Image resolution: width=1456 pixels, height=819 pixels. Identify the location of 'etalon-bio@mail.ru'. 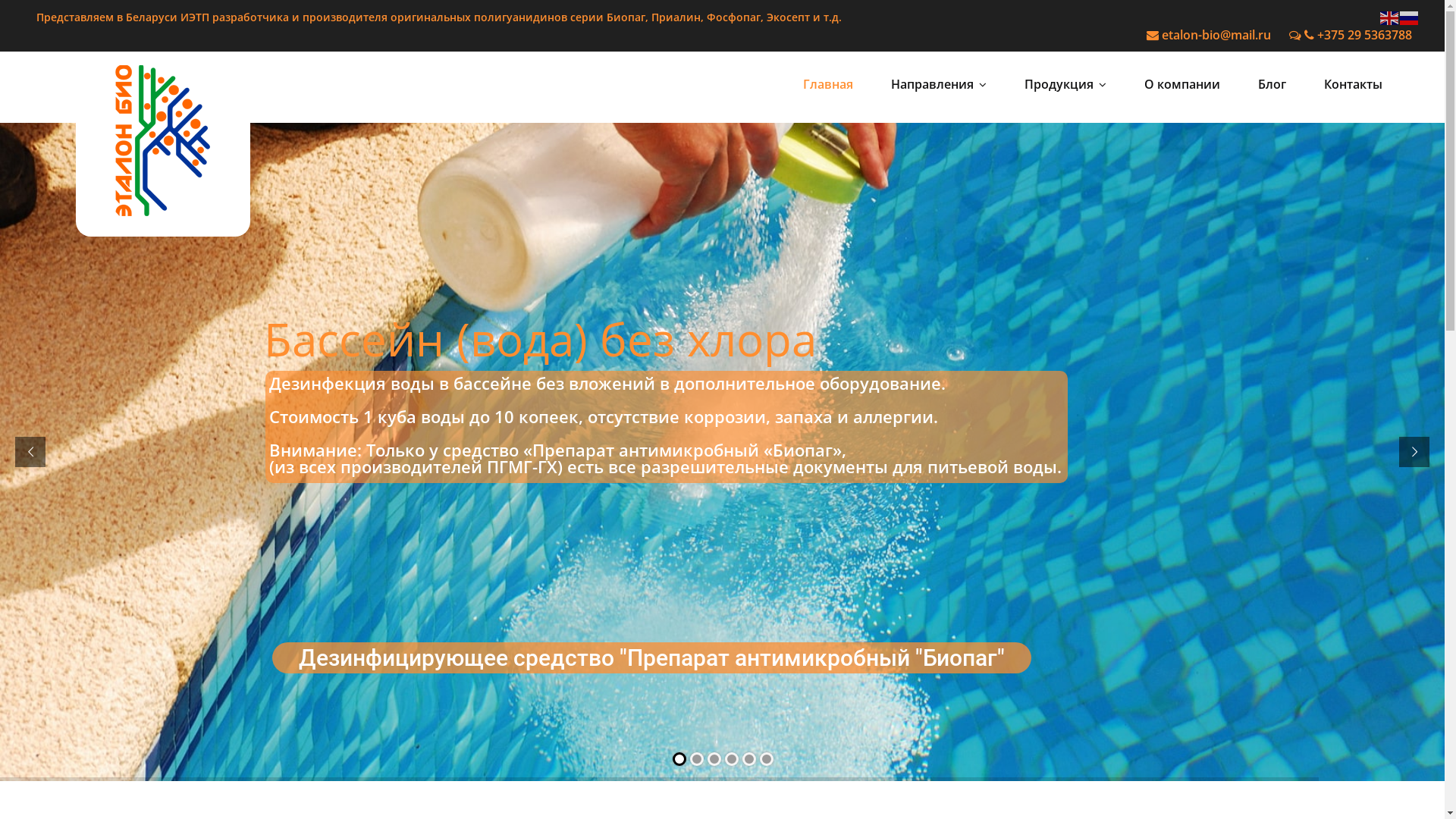
(1147, 34).